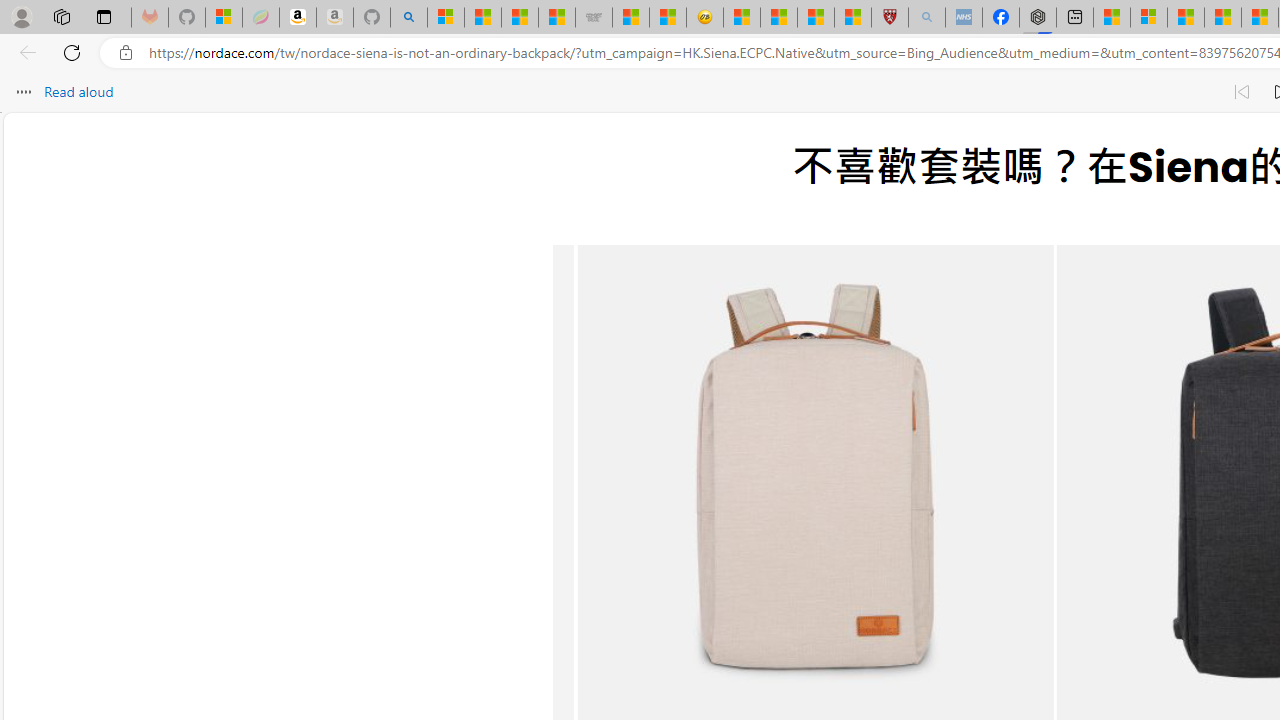 The width and height of the screenshot is (1280, 720). Describe the element at coordinates (888, 17) in the screenshot. I see `'Robert H. Shmerling, MD - Harvard Health'` at that location.